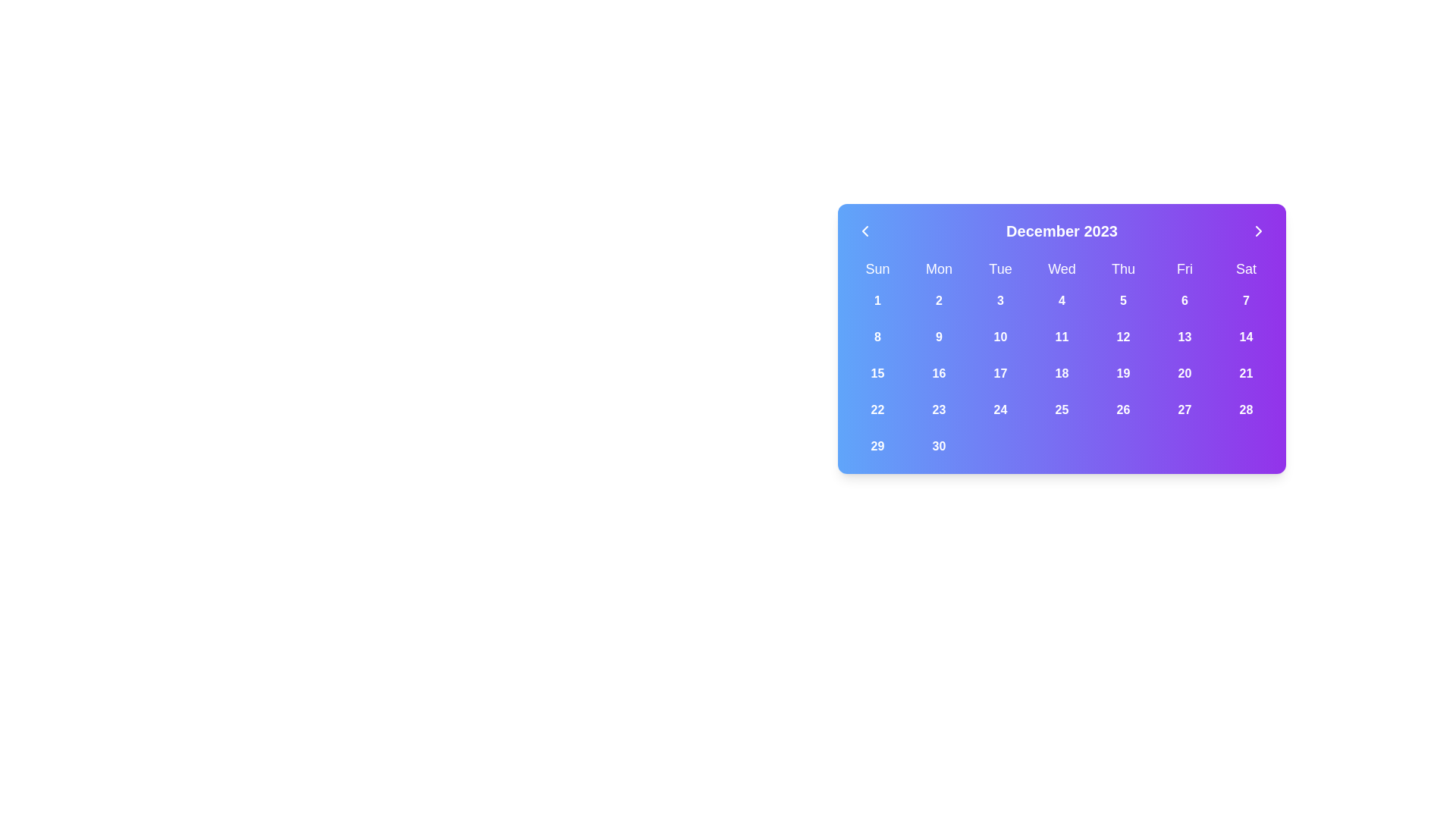 The width and height of the screenshot is (1456, 819). I want to click on the button with the bold white text '21', which is a rectangular clickable box with a purple background located in the last column of the fourth row in the calendar grid, so click(1246, 374).